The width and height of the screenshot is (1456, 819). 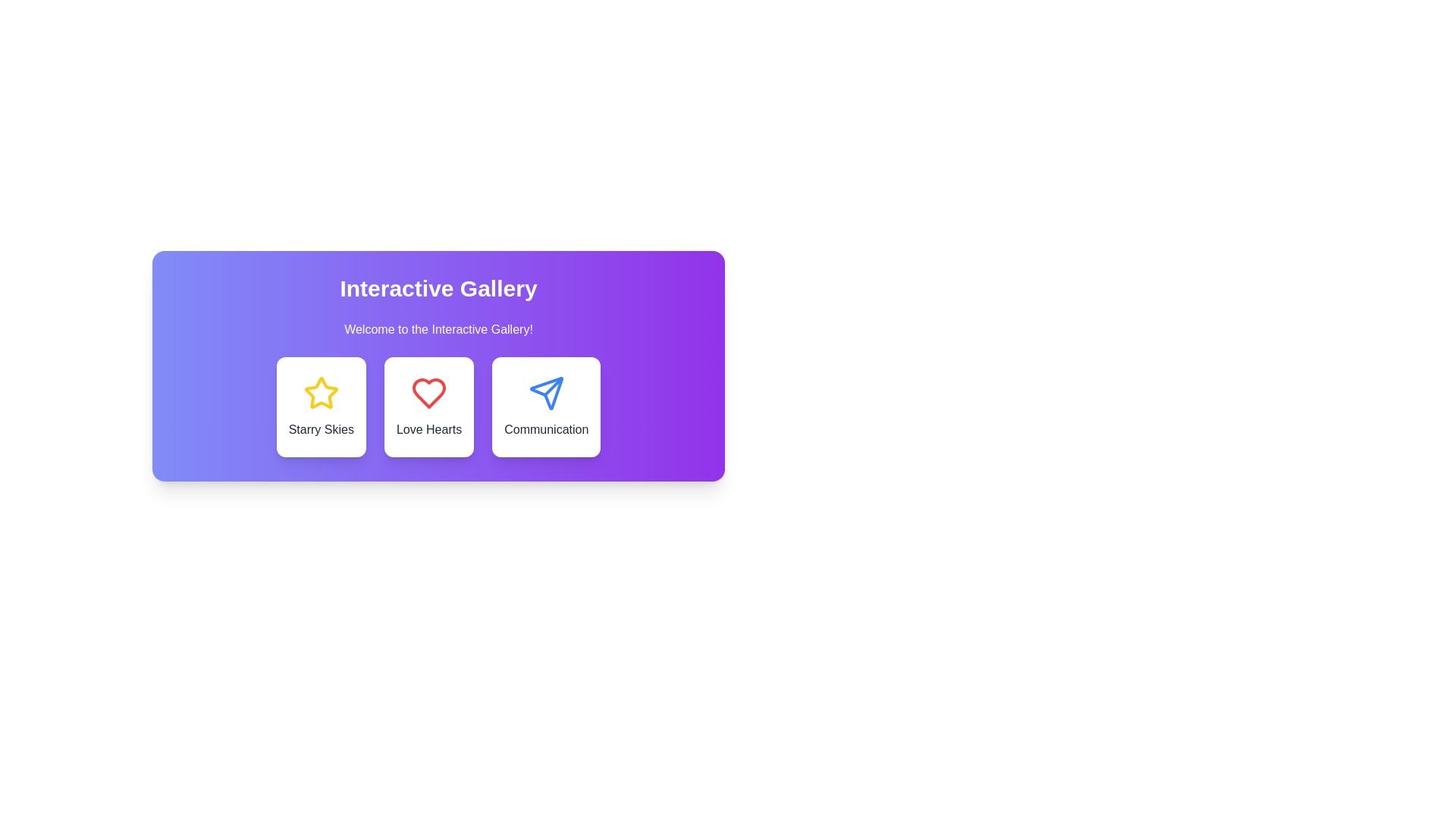 What do you see at coordinates (428, 393) in the screenshot?
I see `the red heart icon element, which is the second option in a horizontal row of three cards` at bounding box center [428, 393].